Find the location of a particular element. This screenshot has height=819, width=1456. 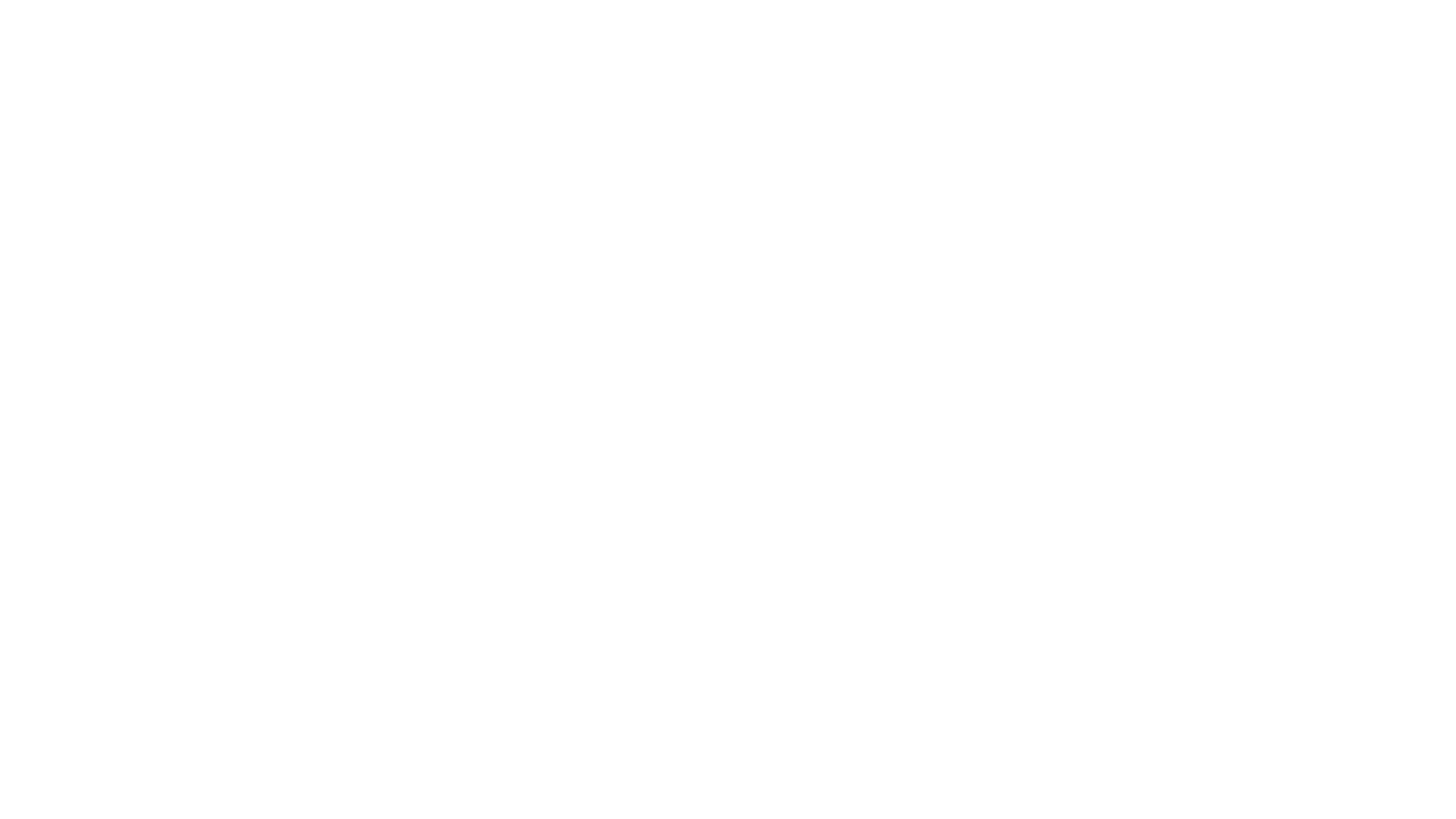

Dismiss is located at coordinates (1427, 59).